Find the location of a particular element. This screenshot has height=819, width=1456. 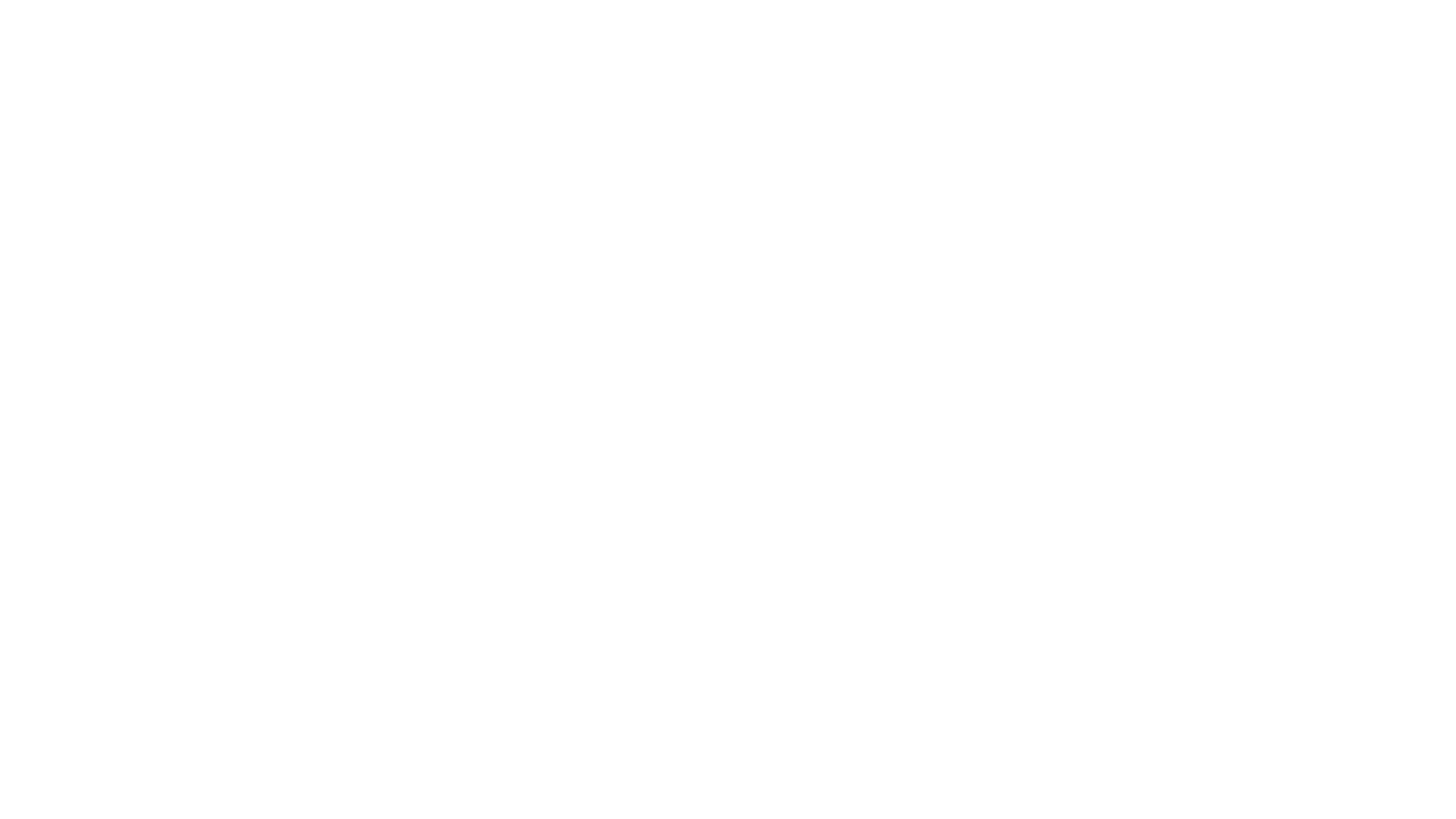

Dismiss is located at coordinates (1427, 59).